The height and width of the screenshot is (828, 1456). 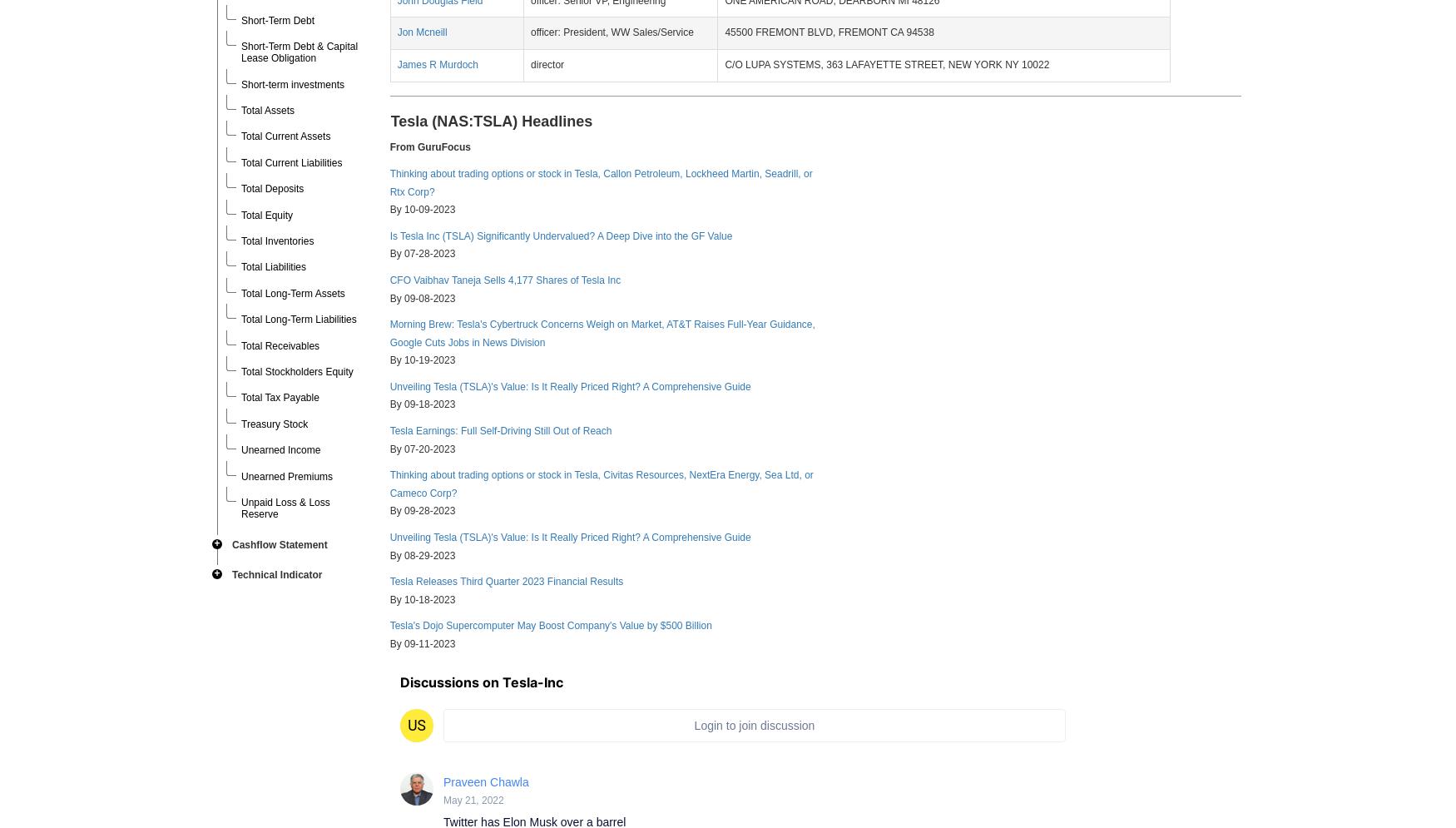 I want to click on 'Total Stockholders Equity', so click(x=297, y=369).